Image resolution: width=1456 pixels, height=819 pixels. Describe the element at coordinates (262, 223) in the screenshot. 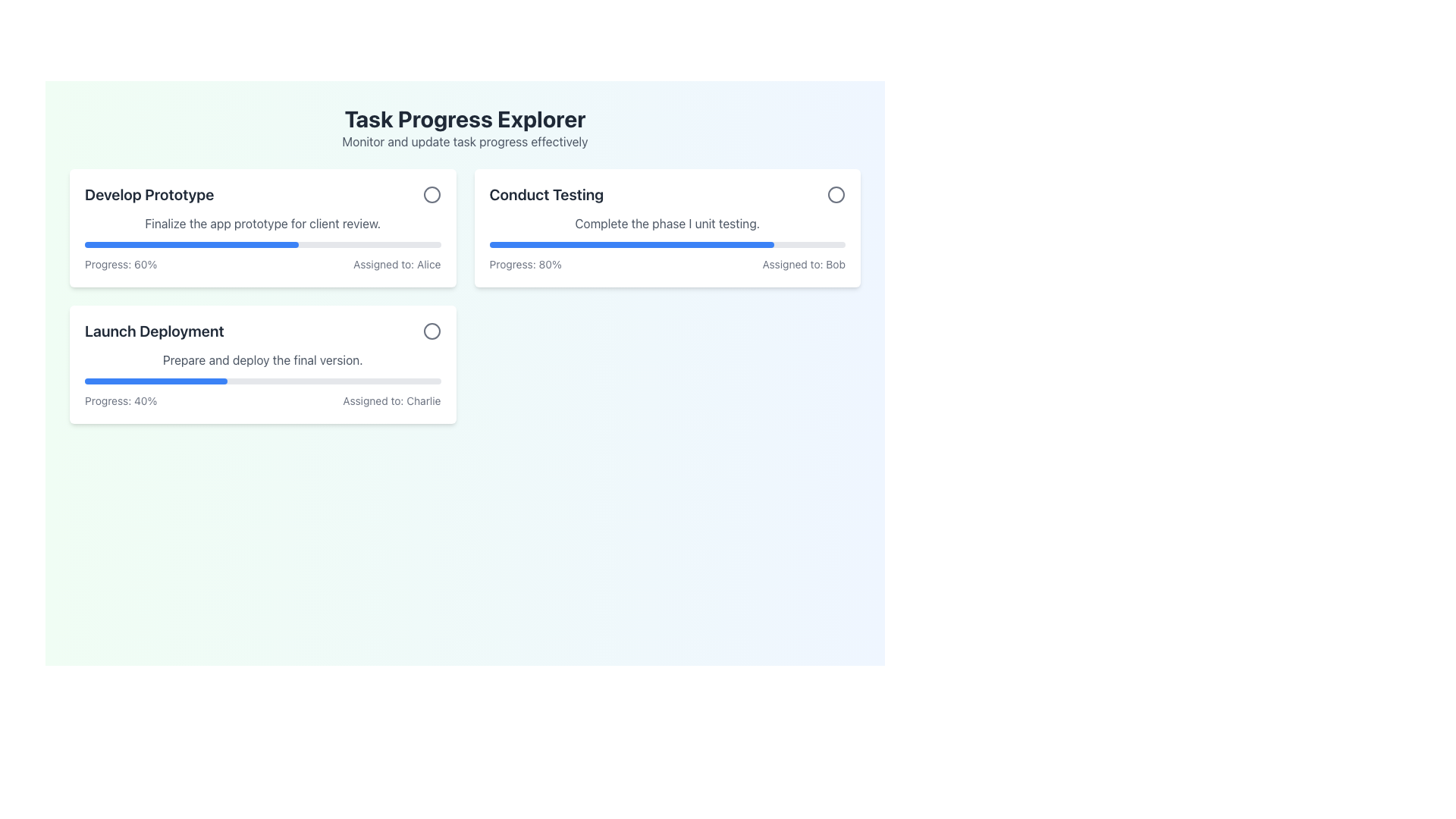

I see `the text element that reads 'Finalize the app prototype for client review.' located beneath the heading 'Develop Prototype' and above the progress bar in the 'Task Progress Explorer' interface` at that location.